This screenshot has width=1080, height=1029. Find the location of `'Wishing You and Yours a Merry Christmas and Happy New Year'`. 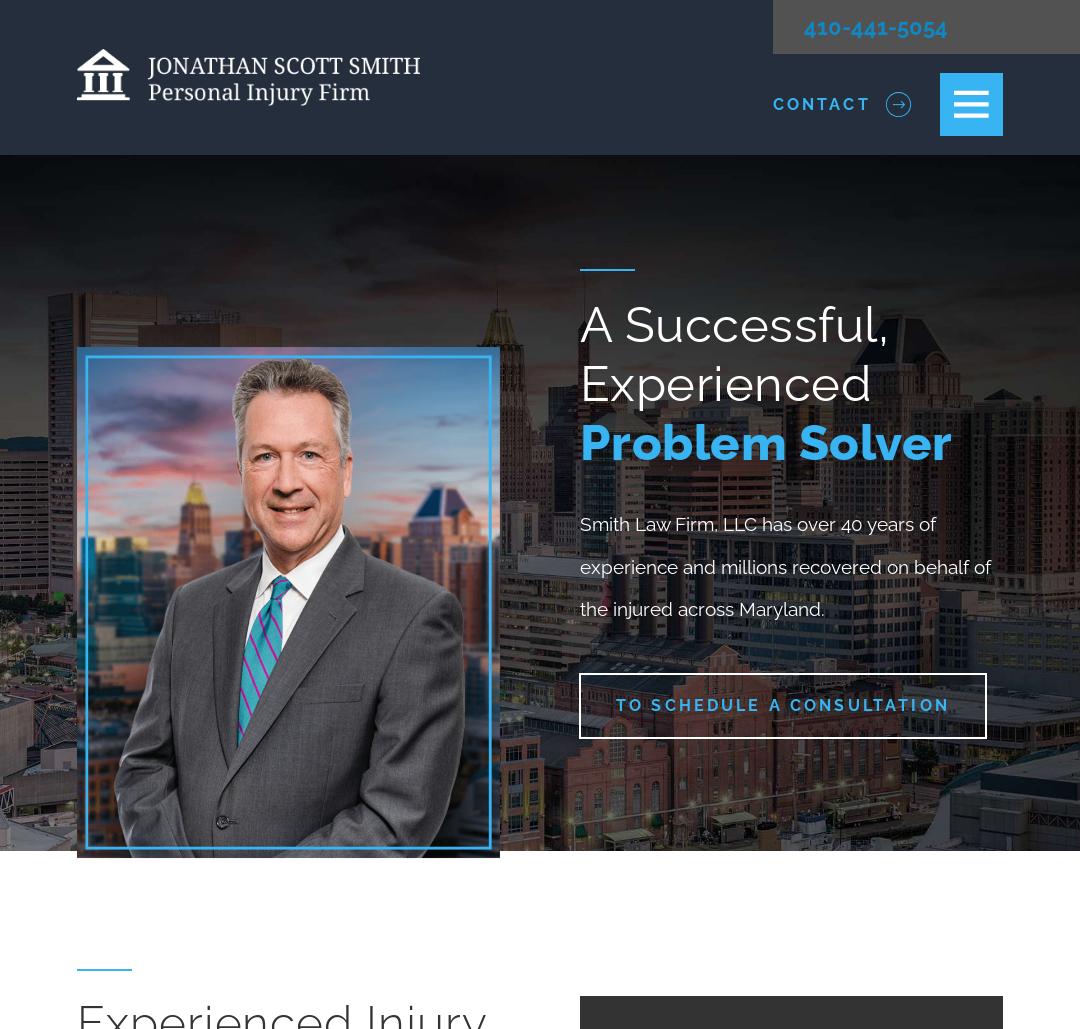

'Wishing You and Yours a Merry Christmas and Happy New Year' is located at coordinates (777, 948).